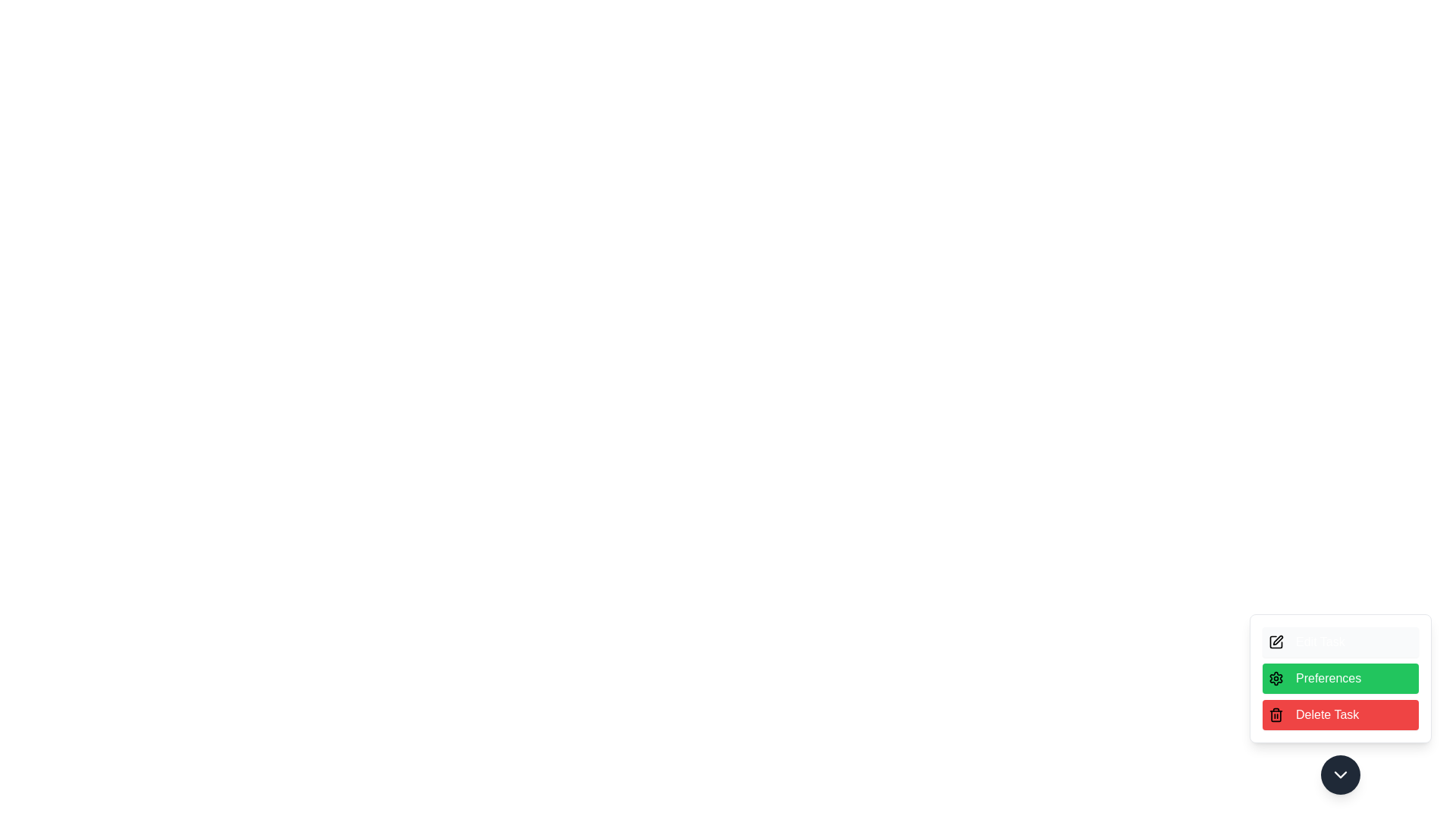  I want to click on the 'Edit Task' option, so click(1340, 642).